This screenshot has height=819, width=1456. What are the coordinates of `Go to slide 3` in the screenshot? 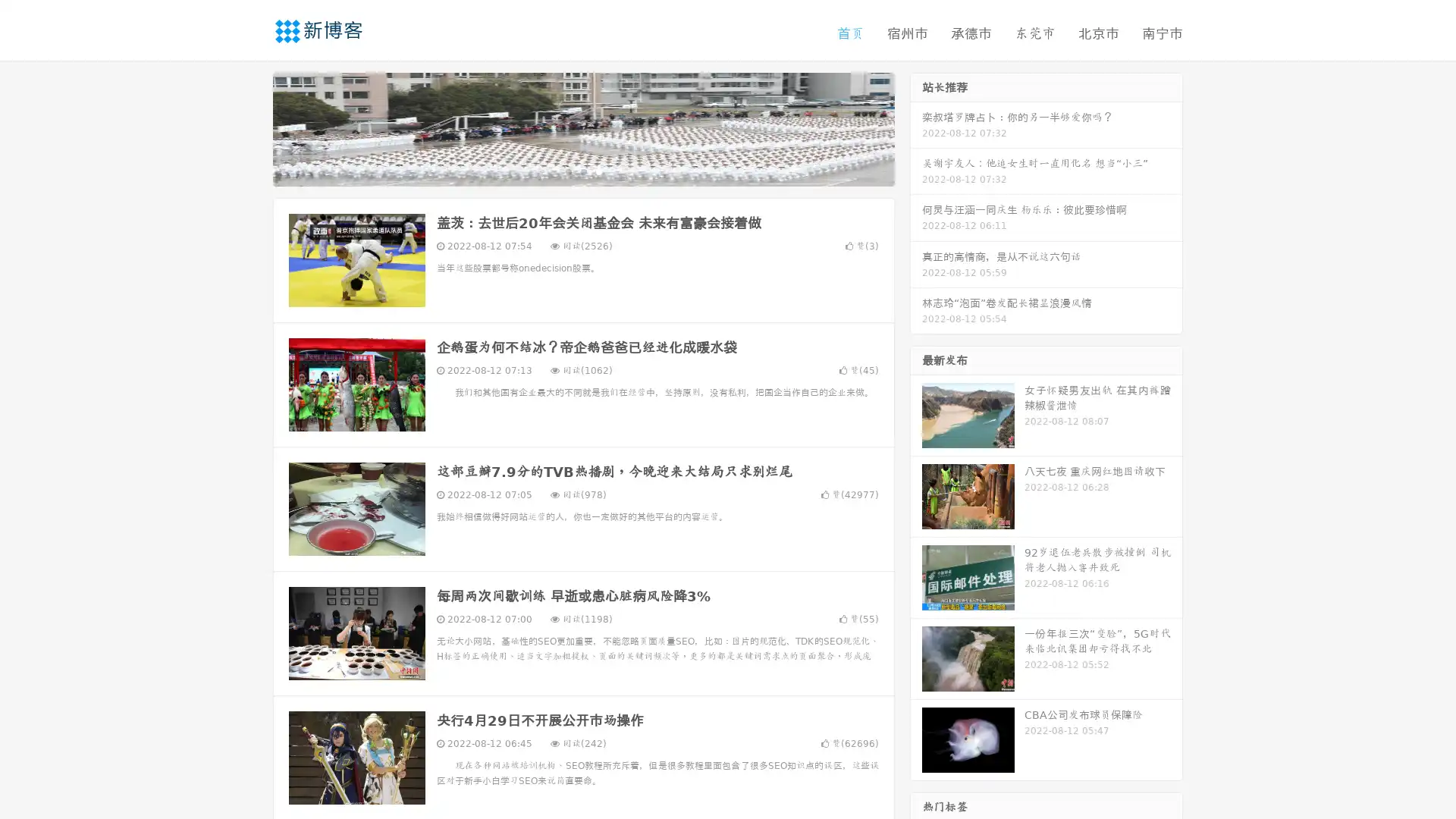 It's located at (598, 171).